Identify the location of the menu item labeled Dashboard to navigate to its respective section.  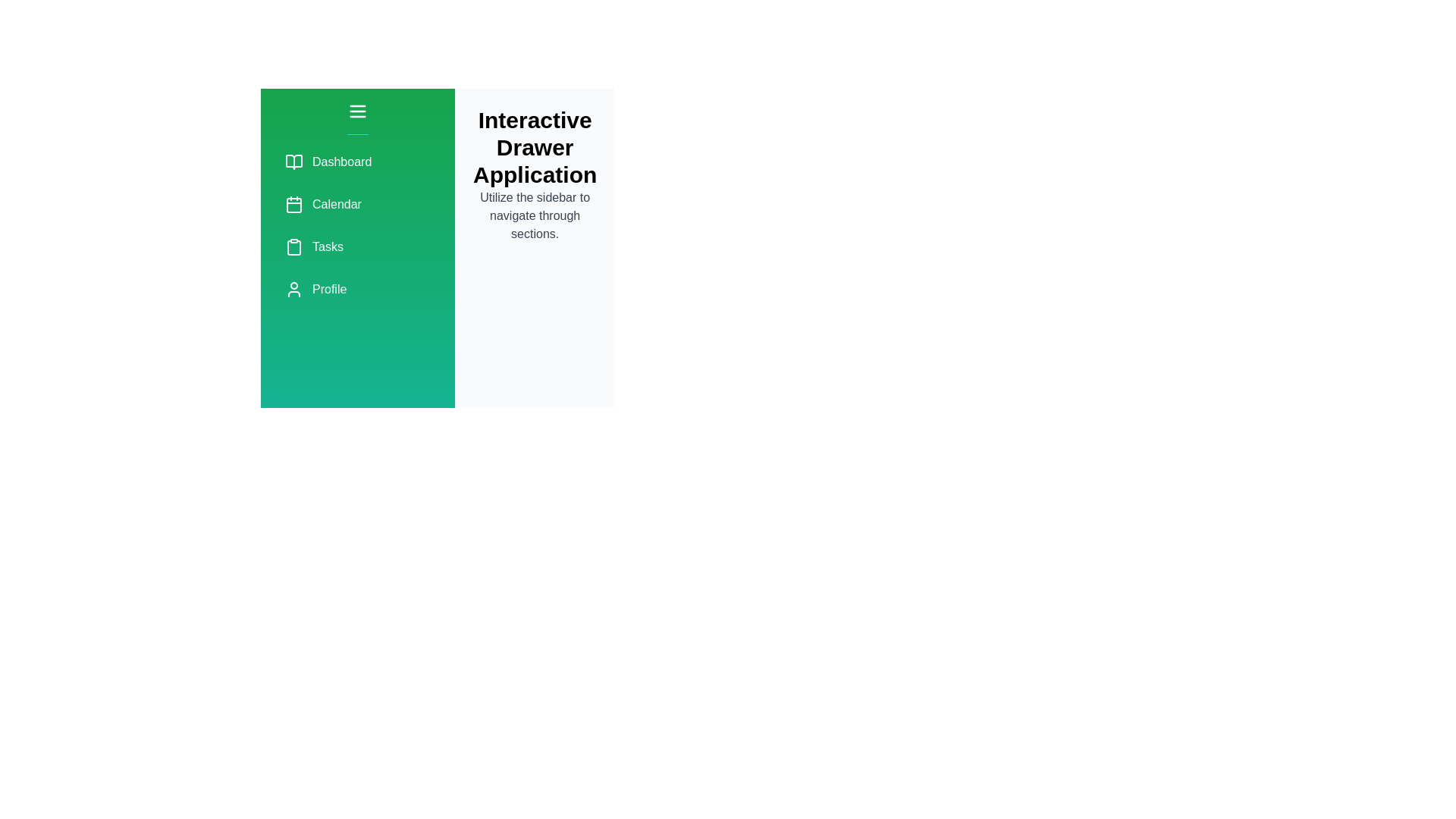
(356, 162).